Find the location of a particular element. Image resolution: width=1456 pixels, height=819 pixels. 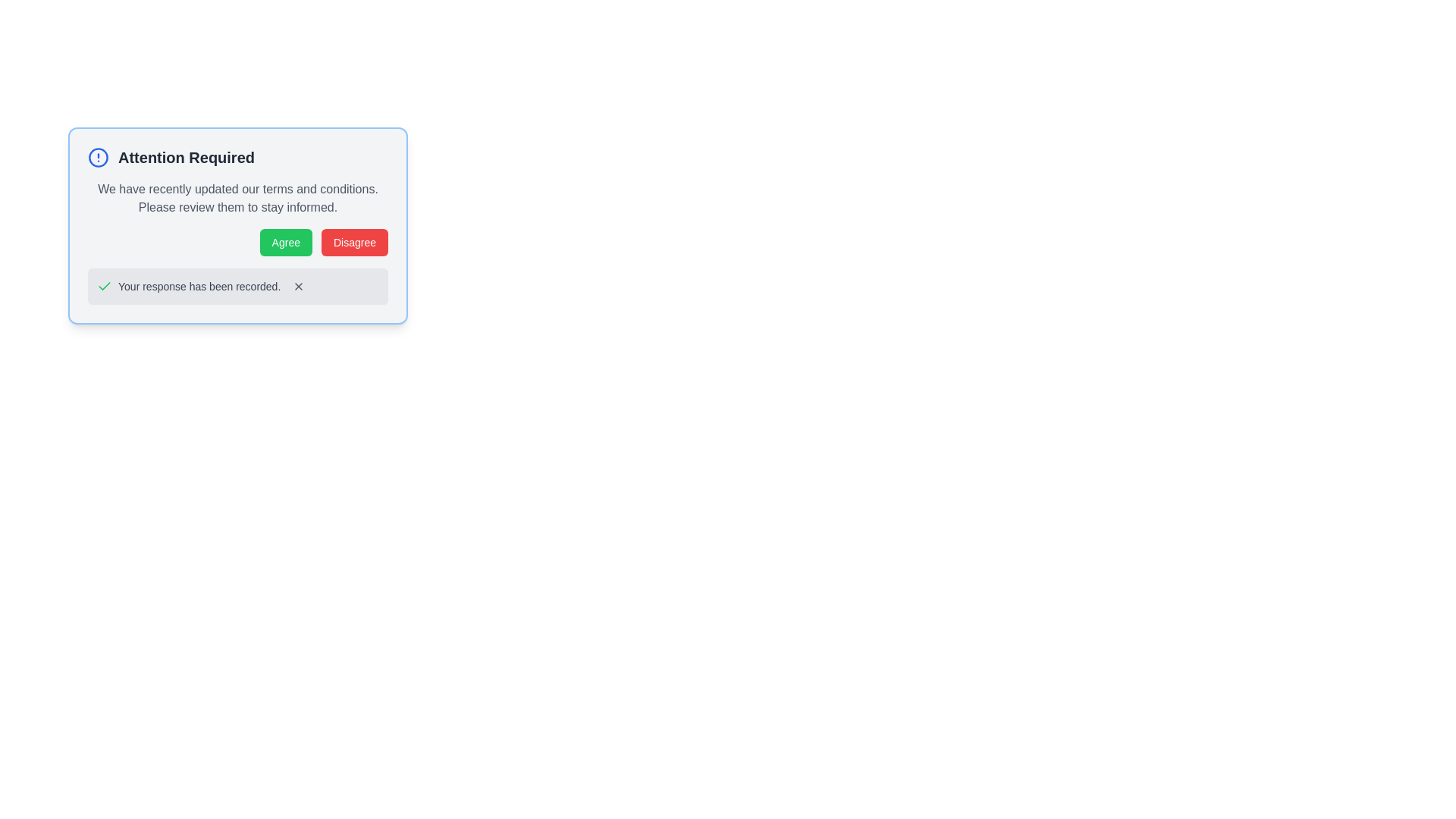

the informational text label that notifies the user their response has been successfully recorded, positioned between a green checkmark icon and a small interactive button with an 'X' icon is located at coordinates (199, 287).